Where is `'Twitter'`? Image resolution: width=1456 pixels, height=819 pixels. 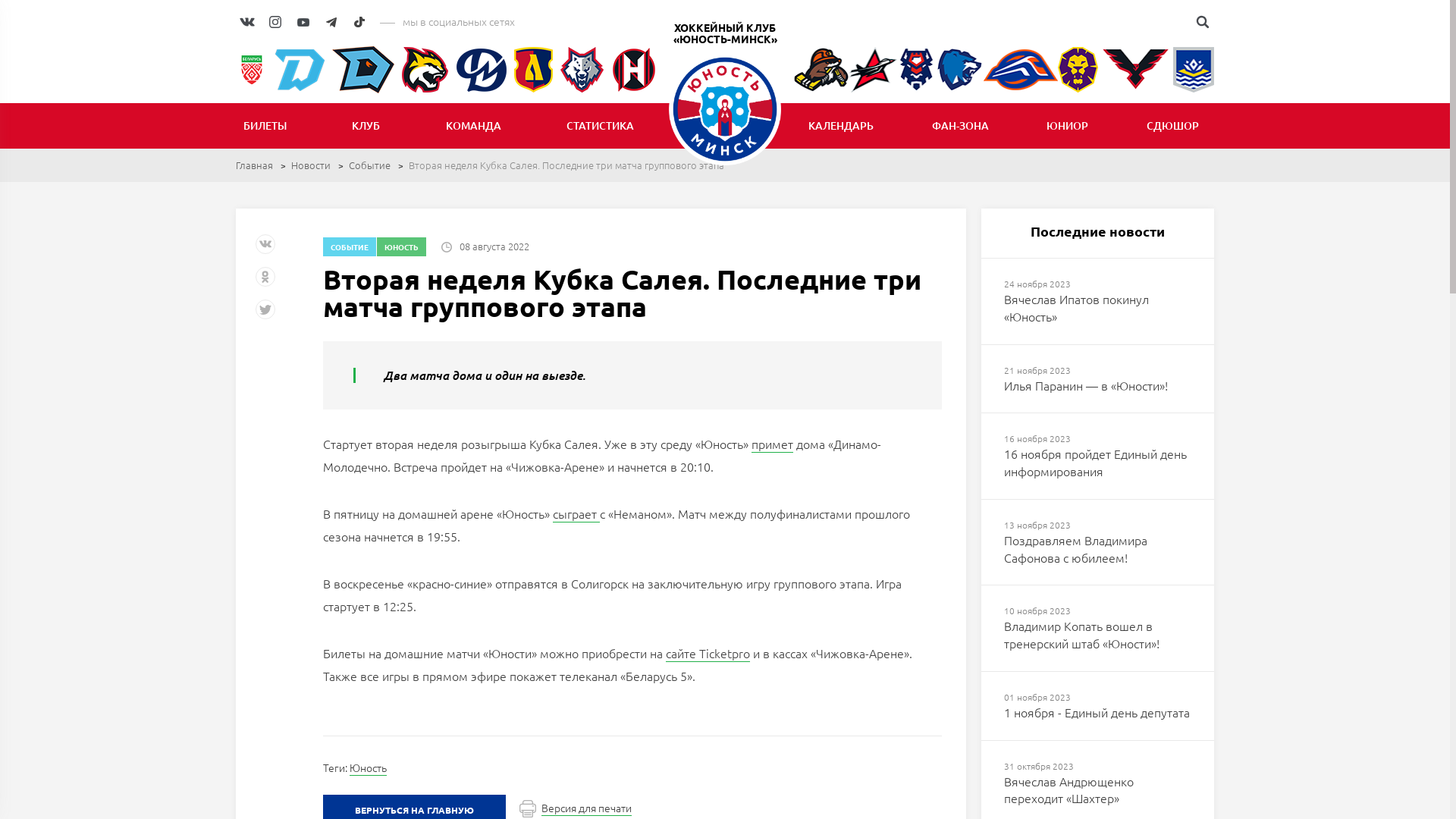
'Twitter' is located at coordinates (266, 314).